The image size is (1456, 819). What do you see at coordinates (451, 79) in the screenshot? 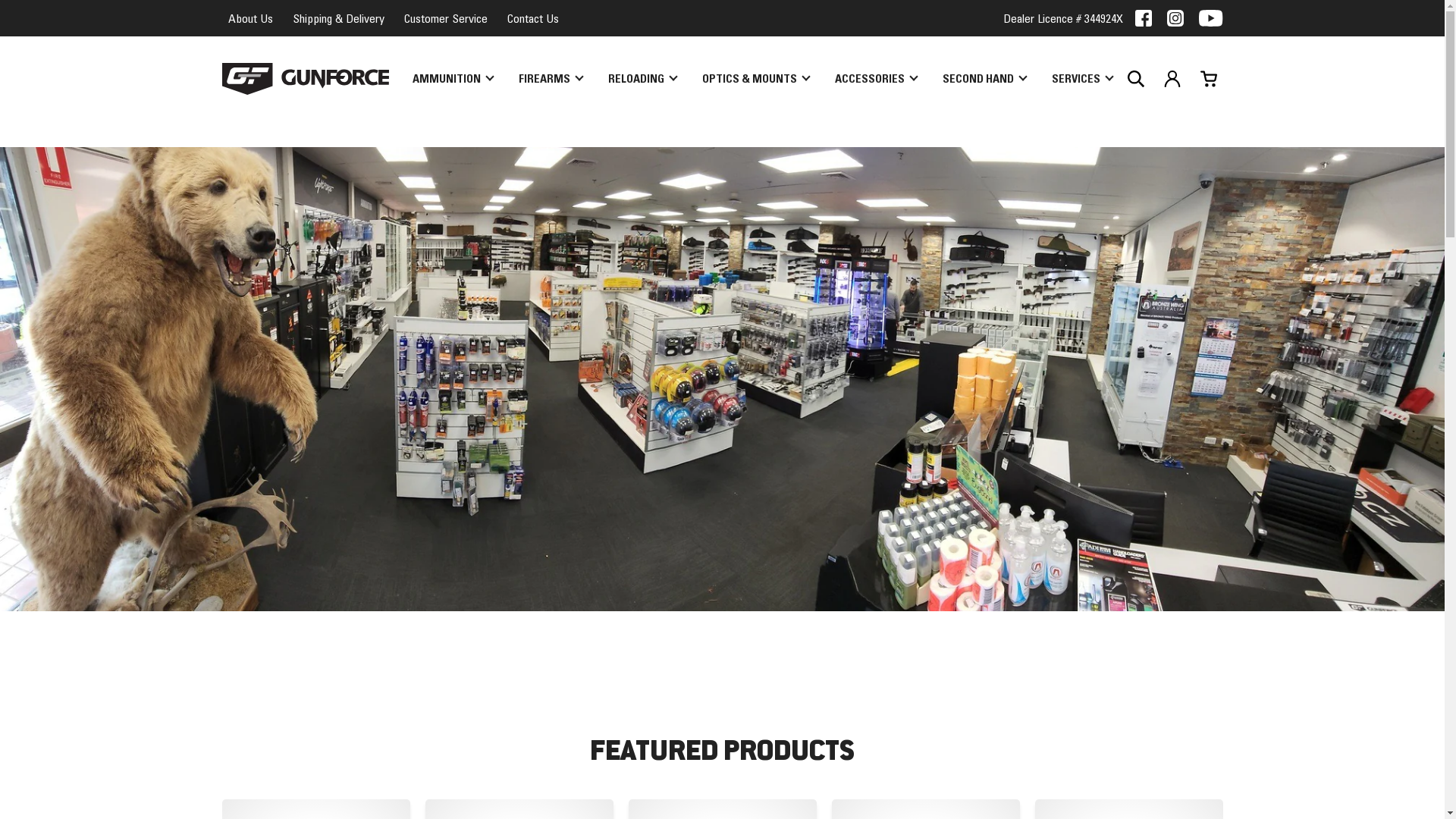
I see `'AMMUNITION'` at bounding box center [451, 79].